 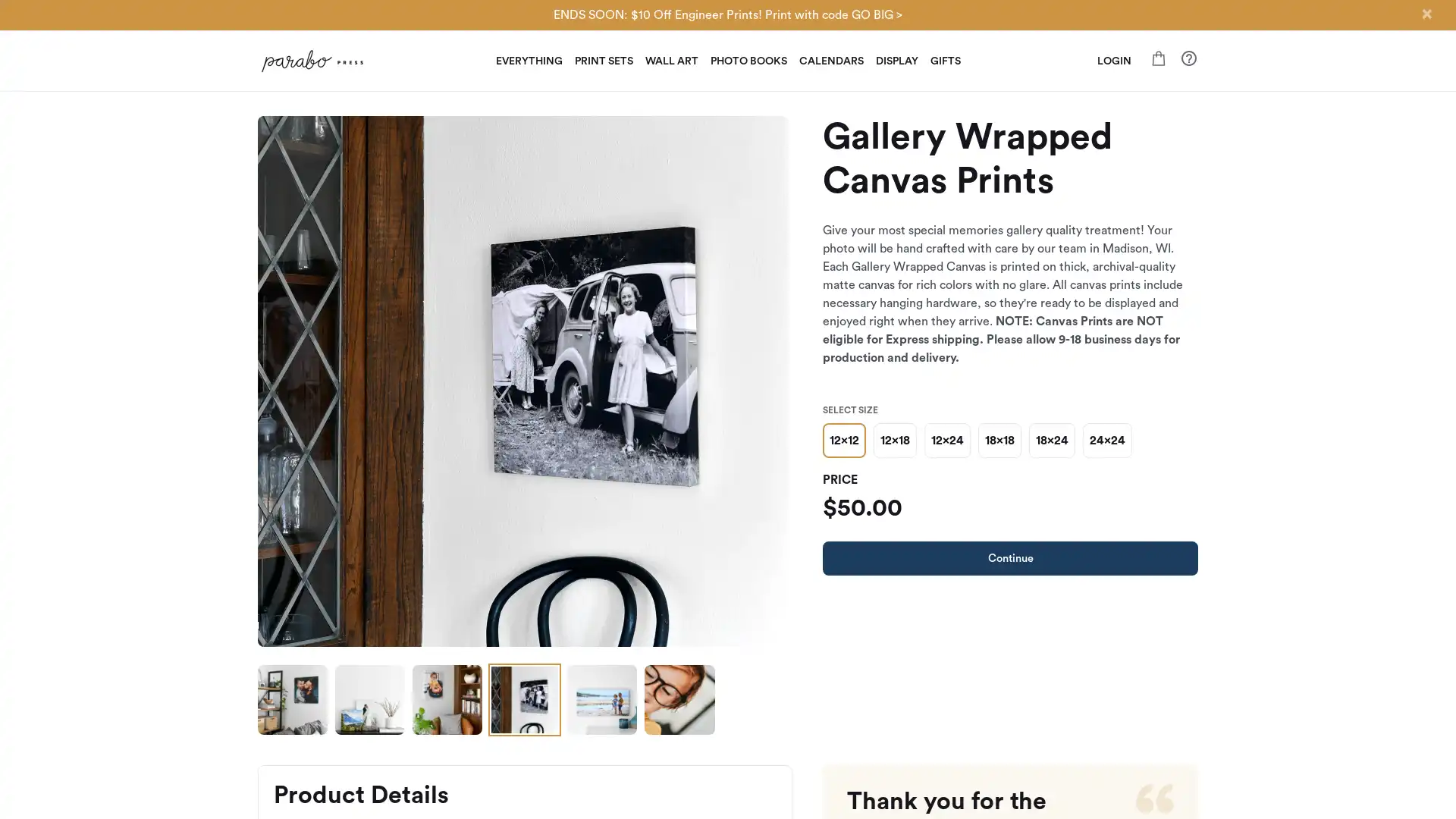 I want to click on slide dot, so click(x=679, y=699).